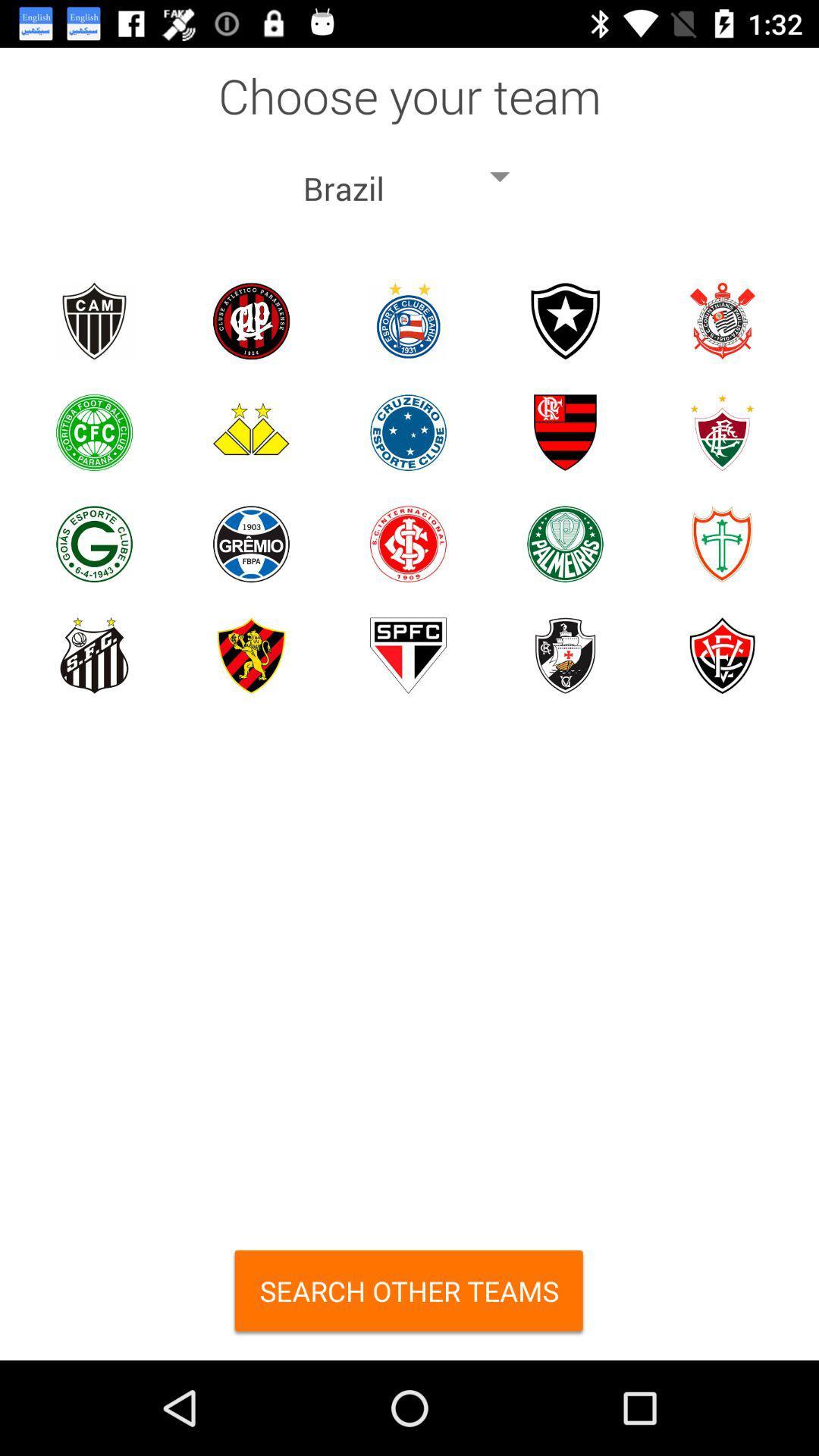 The width and height of the screenshot is (819, 1456). Describe the element at coordinates (565, 544) in the screenshot. I see `selects a team` at that location.